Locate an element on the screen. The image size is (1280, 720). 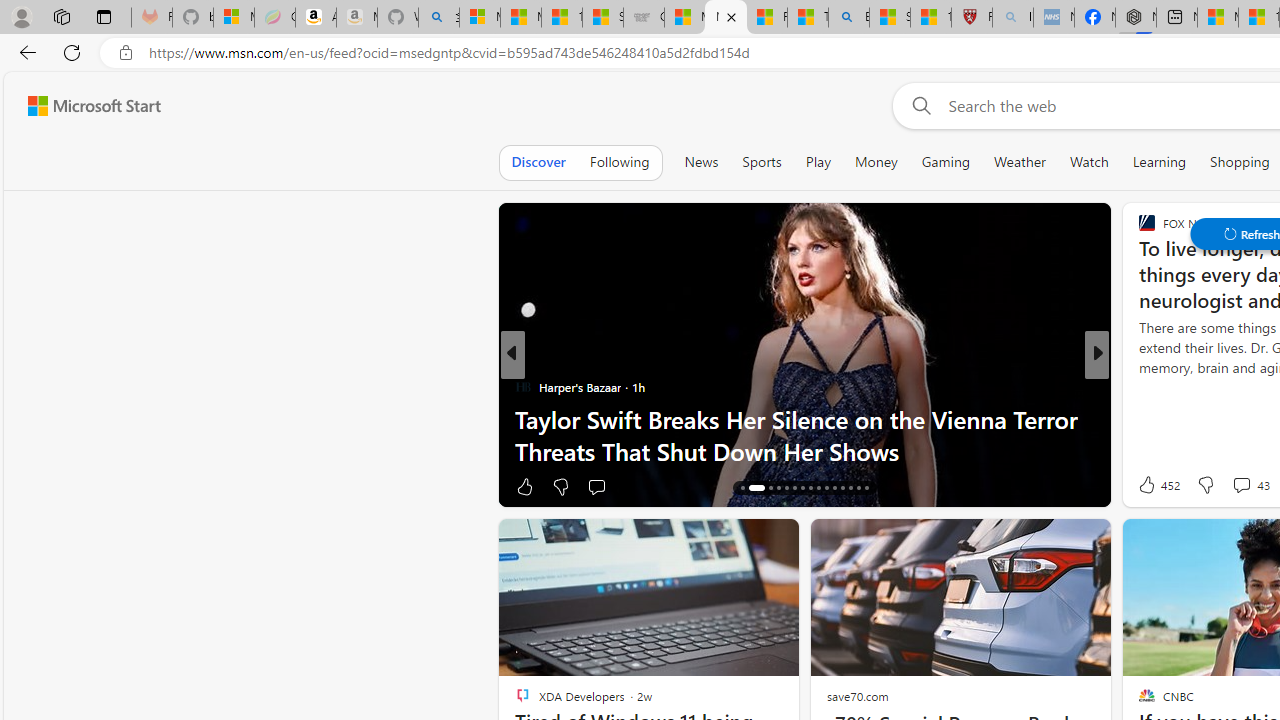
'AutomationID: tab-25' is located at coordinates (826, 488).